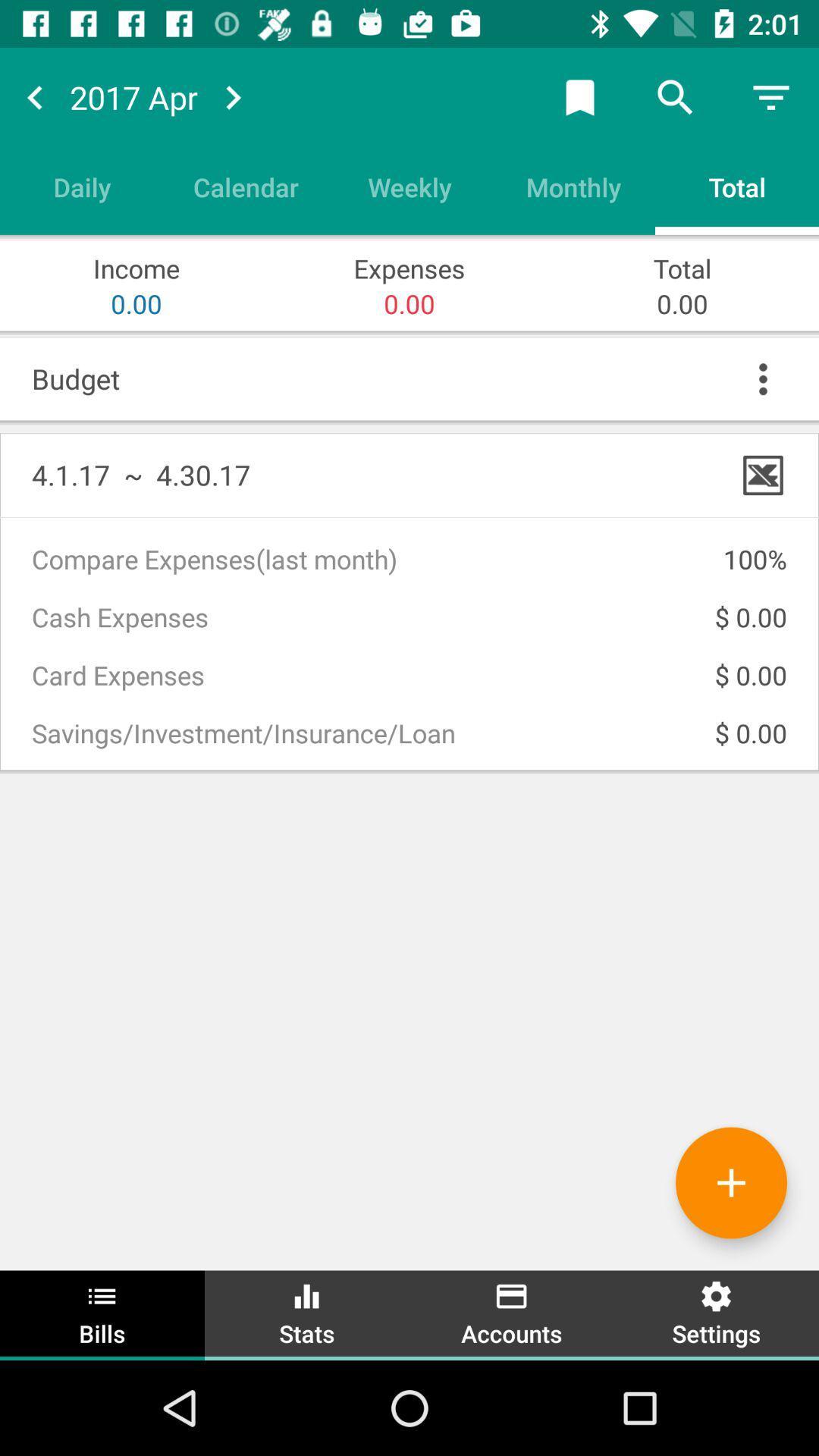 This screenshot has width=819, height=1456. Describe the element at coordinates (245, 186) in the screenshot. I see `item next to weekly item` at that location.